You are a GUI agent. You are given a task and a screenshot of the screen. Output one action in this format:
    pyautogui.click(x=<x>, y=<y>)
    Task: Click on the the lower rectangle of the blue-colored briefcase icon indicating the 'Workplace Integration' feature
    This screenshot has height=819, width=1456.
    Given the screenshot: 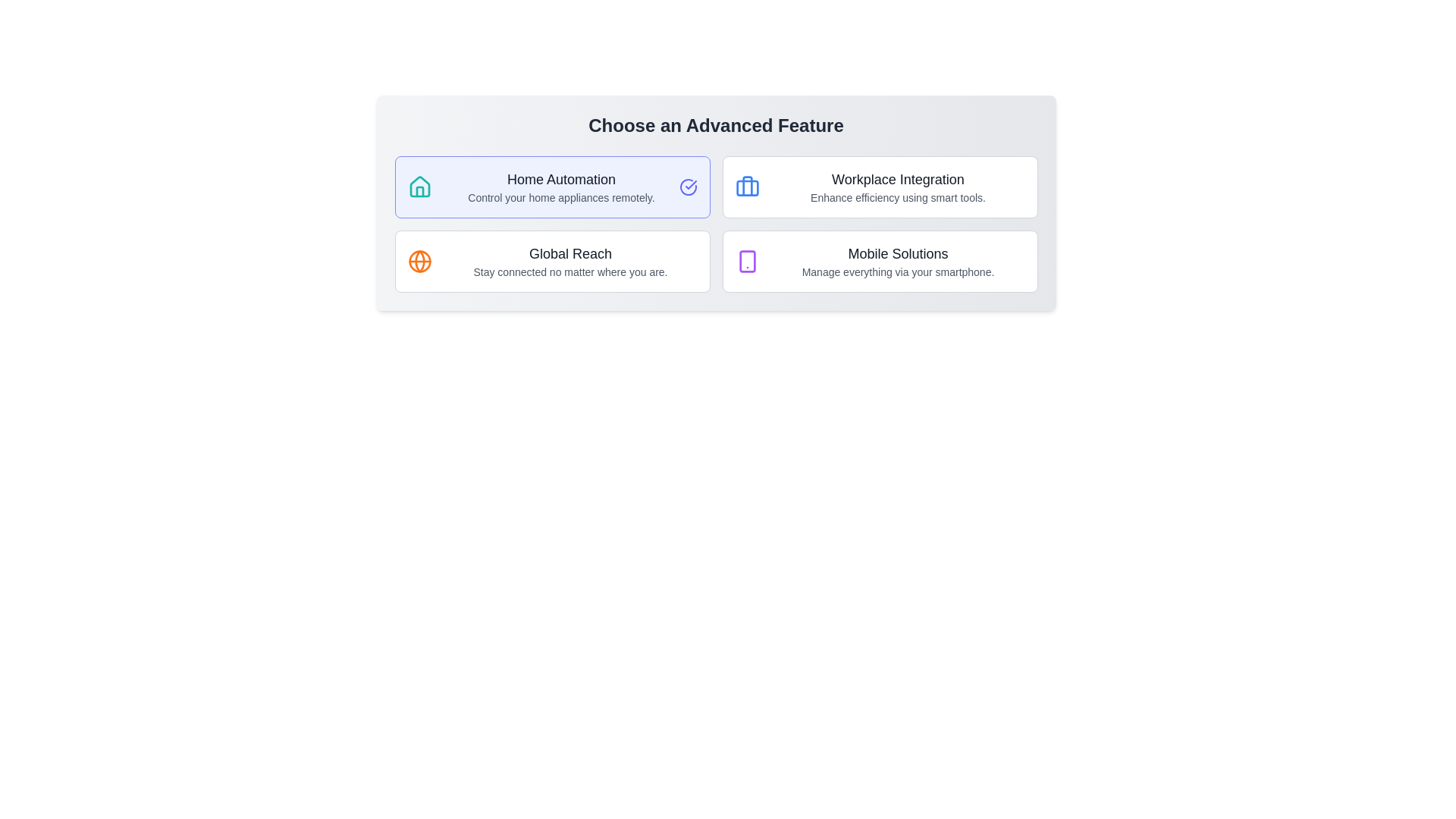 What is the action you would take?
    pyautogui.click(x=747, y=187)
    